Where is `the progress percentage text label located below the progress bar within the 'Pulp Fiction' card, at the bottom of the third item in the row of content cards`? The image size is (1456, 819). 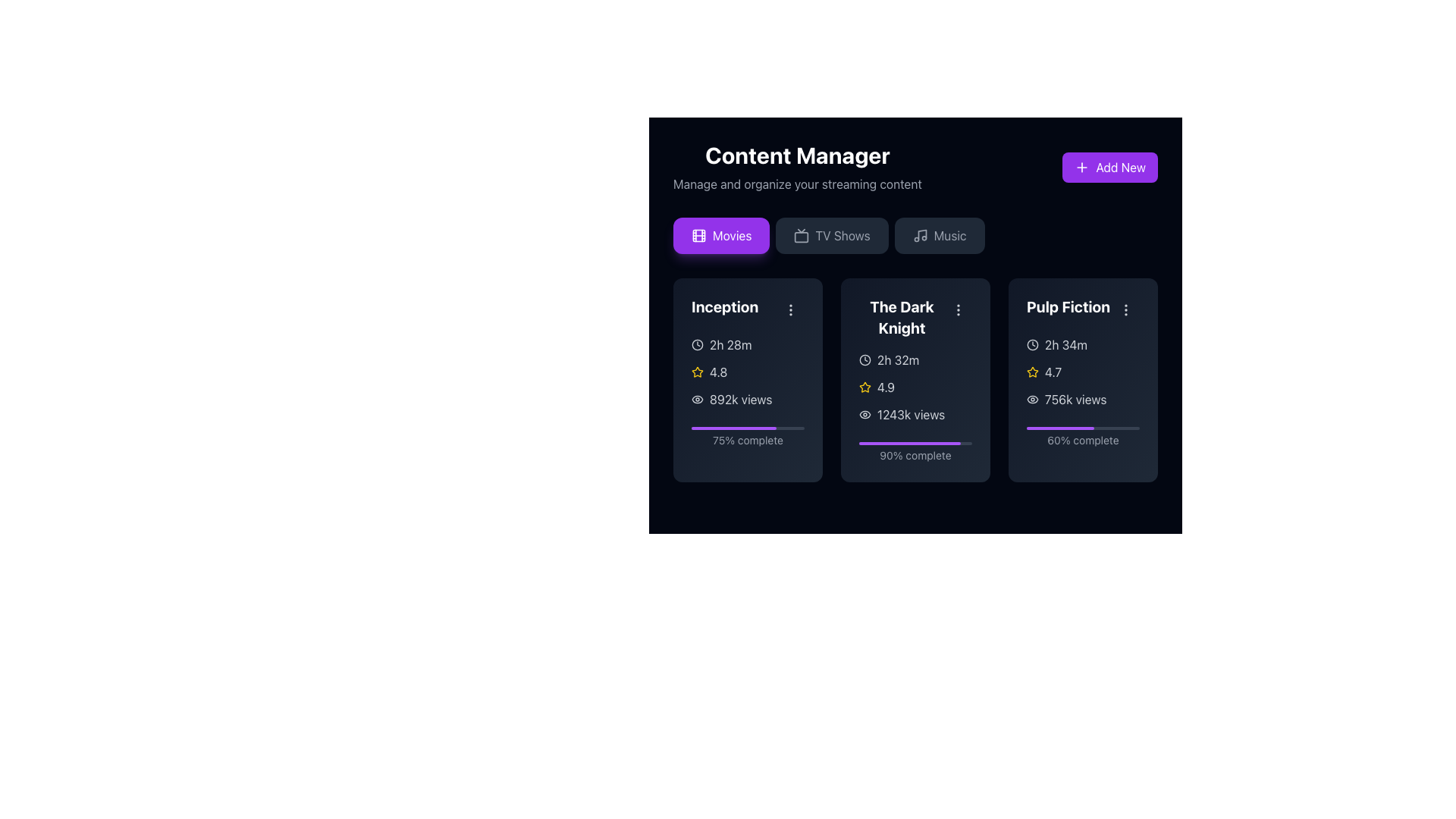 the progress percentage text label located below the progress bar within the 'Pulp Fiction' card, at the bottom of the third item in the row of content cards is located at coordinates (1082, 441).